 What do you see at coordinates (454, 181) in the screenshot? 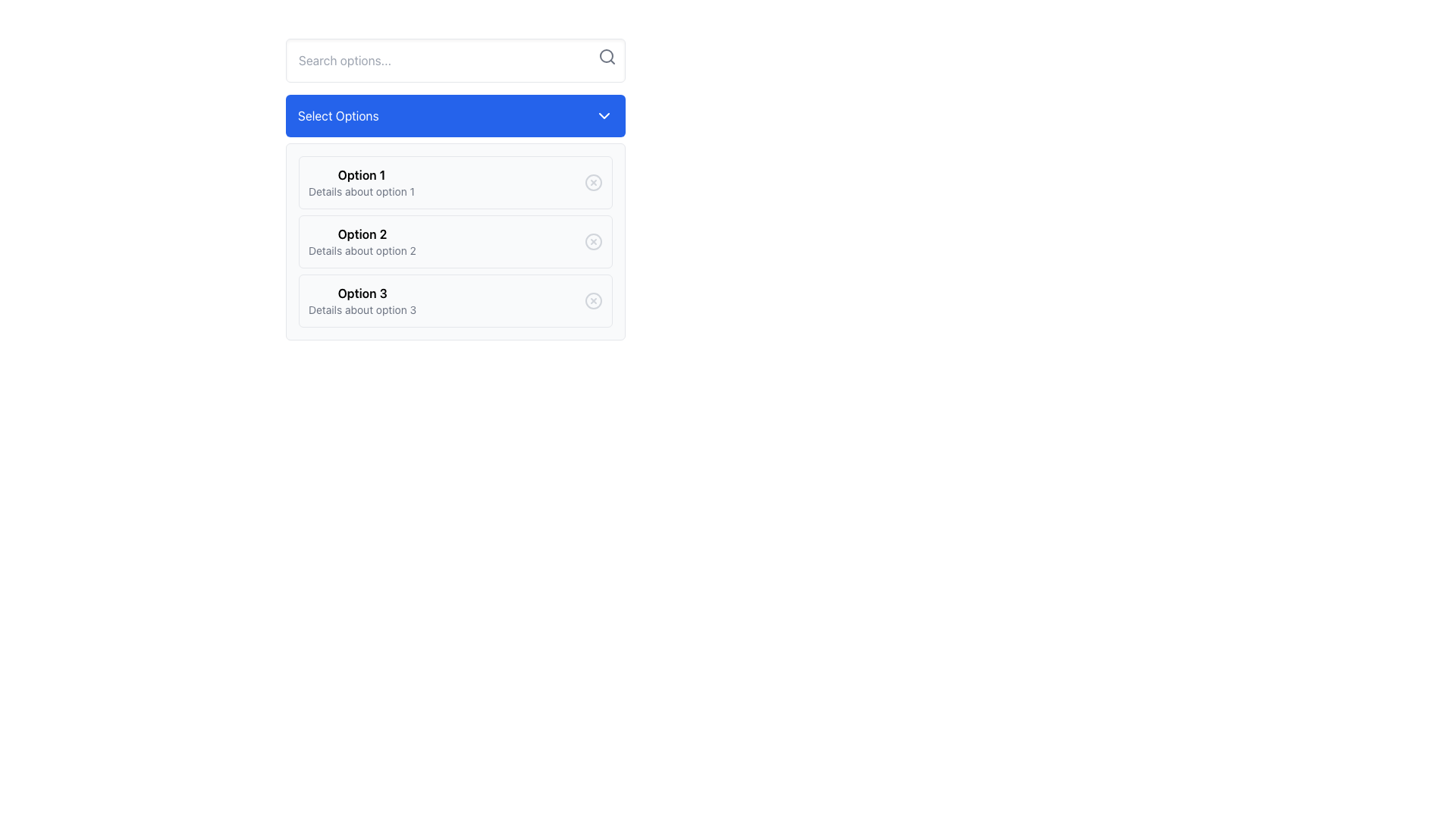
I see `to select the topmost option in the vertical selectable list, located below the 'Select Options' button` at bounding box center [454, 181].